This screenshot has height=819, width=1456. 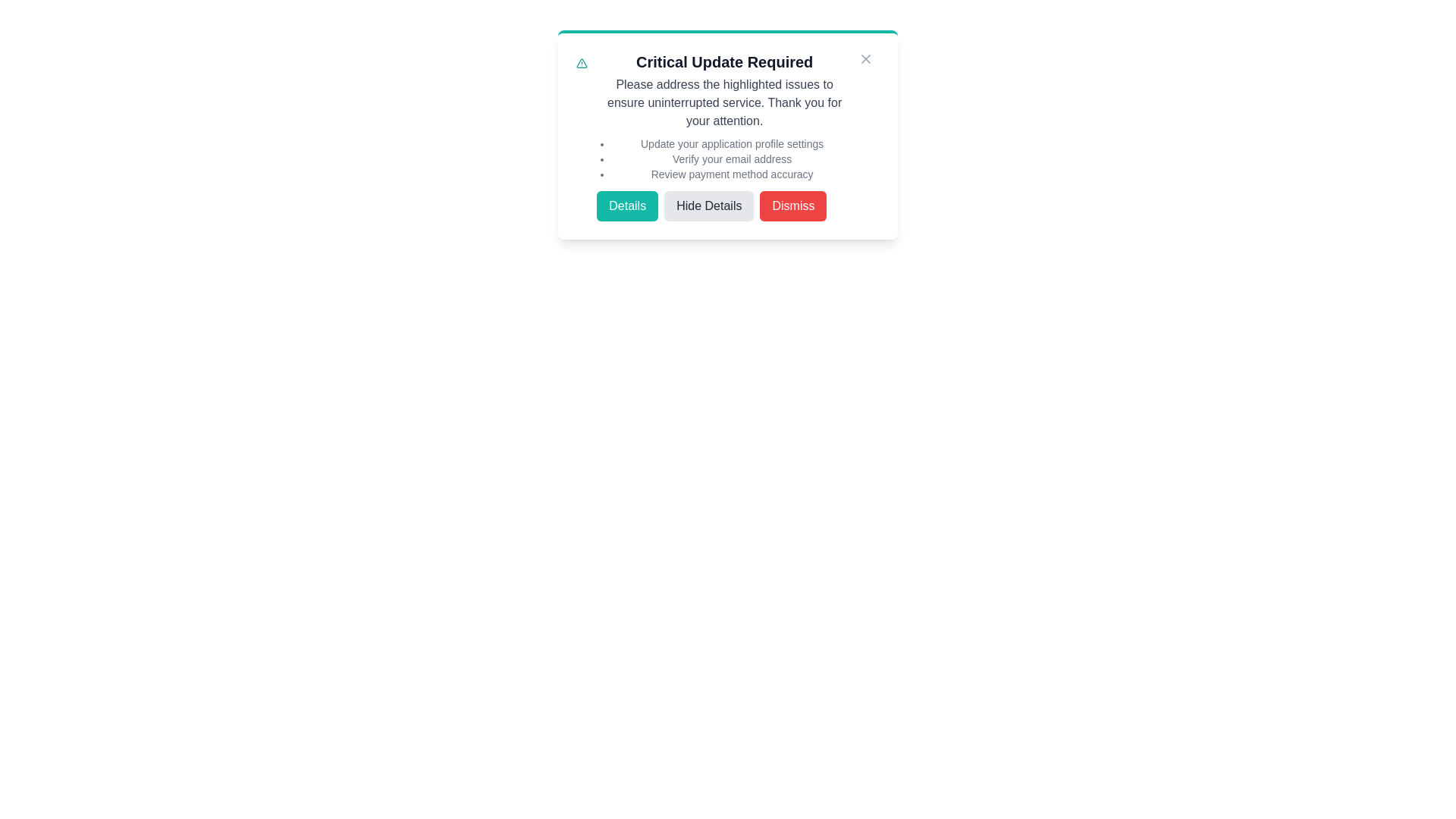 I want to click on the text block that reads 'Update your application profile settings', which is the first item in a bulleted list within a modal, so click(x=732, y=143).